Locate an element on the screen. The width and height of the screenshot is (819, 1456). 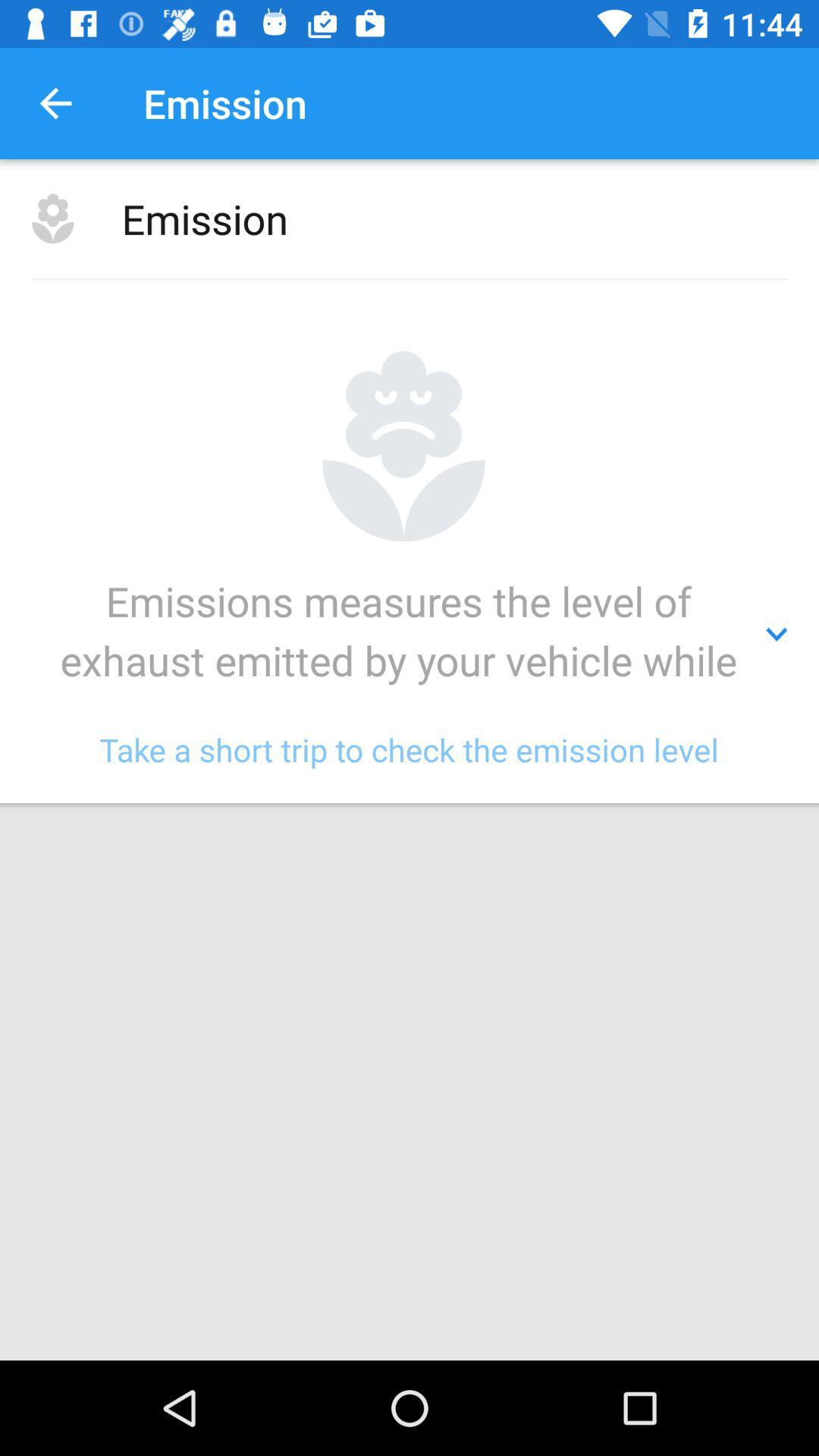
the emissions measures the item is located at coordinates (409, 634).